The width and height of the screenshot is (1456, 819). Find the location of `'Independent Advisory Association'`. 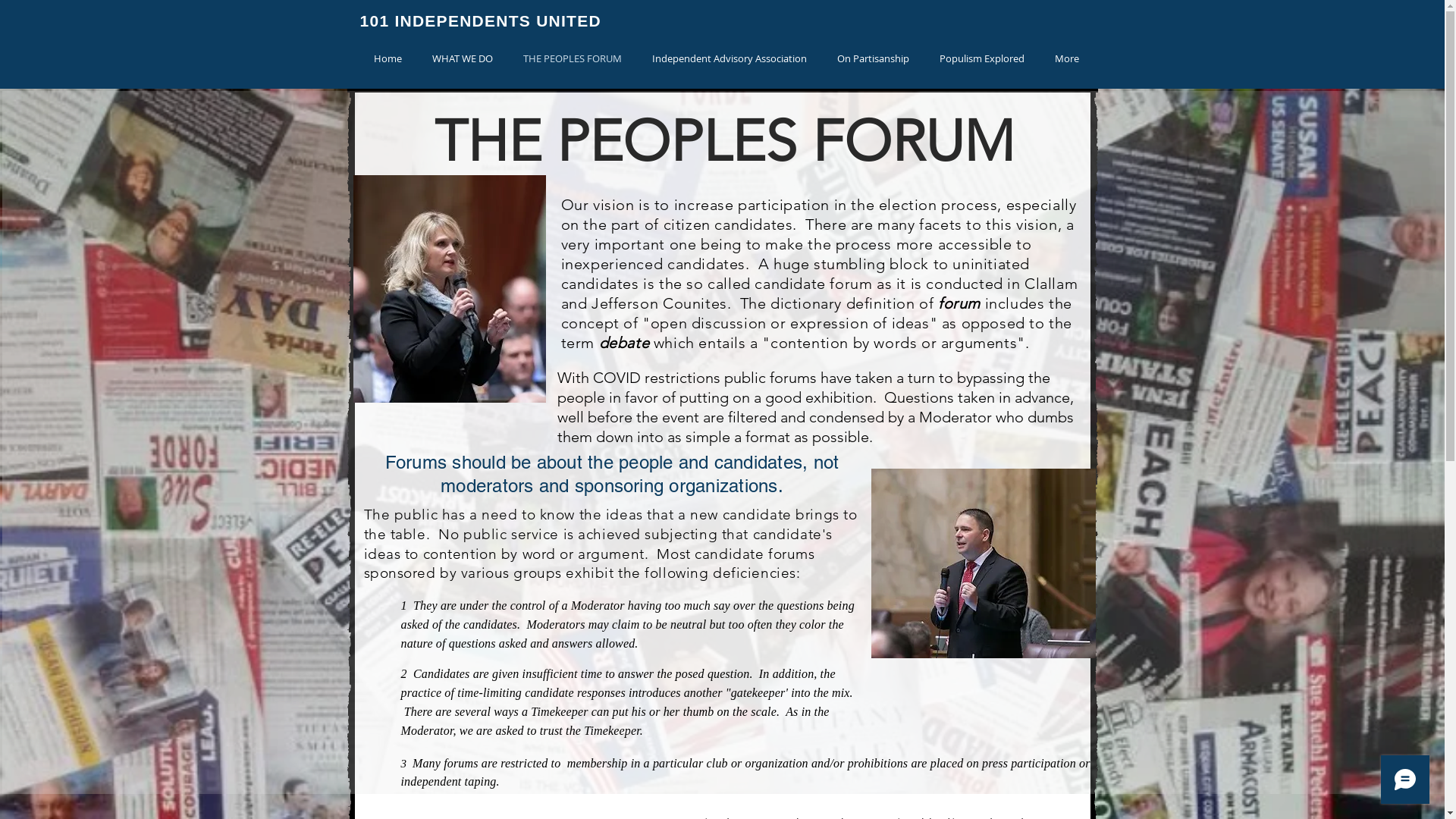

'Independent Advisory Association' is located at coordinates (729, 58).